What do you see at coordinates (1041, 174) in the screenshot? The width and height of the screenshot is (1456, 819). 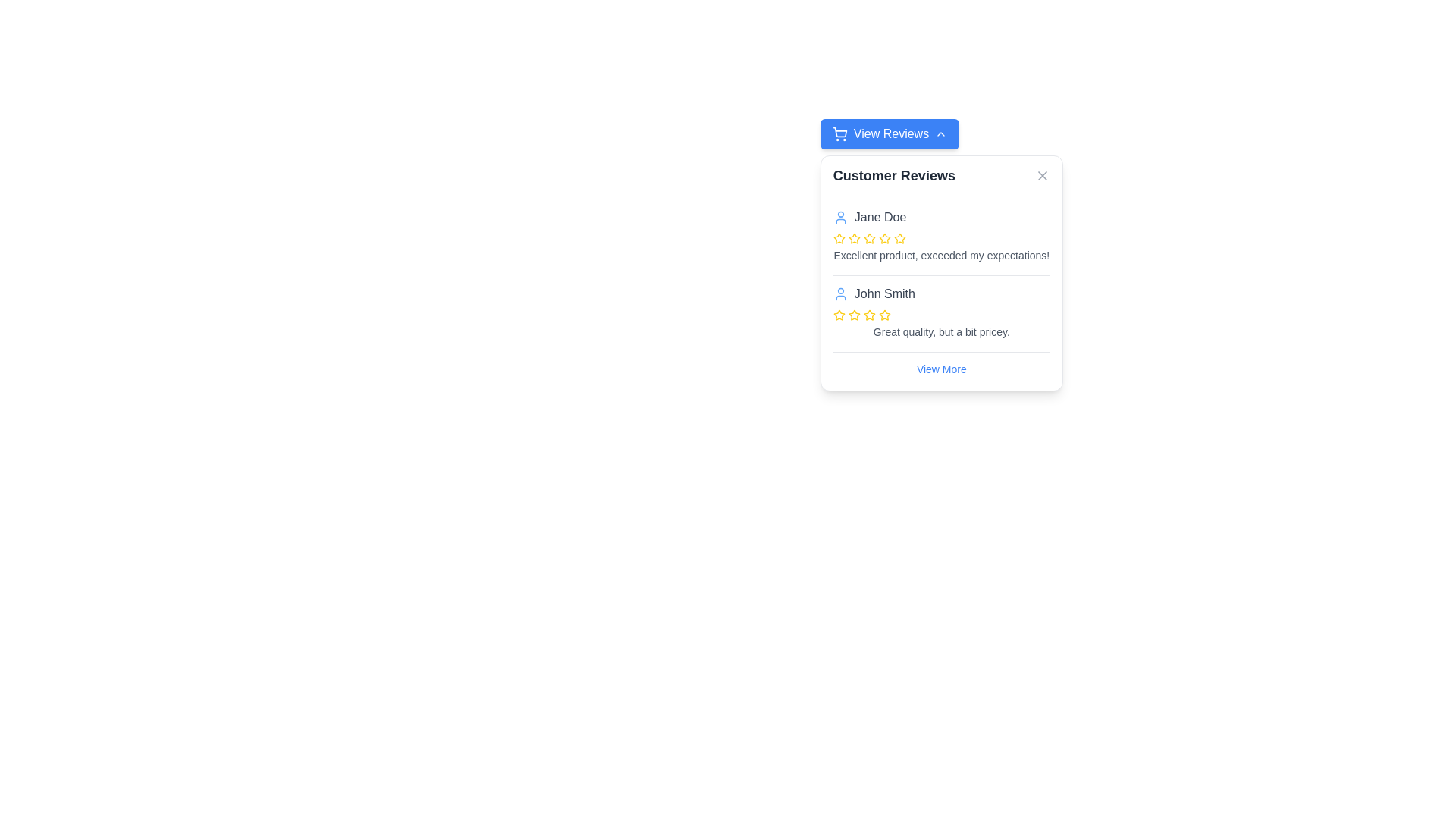 I see `the Close button (SVG graphic) located at the top-right corner of the 'Customer Reviews' card` at bounding box center [1041, 174].